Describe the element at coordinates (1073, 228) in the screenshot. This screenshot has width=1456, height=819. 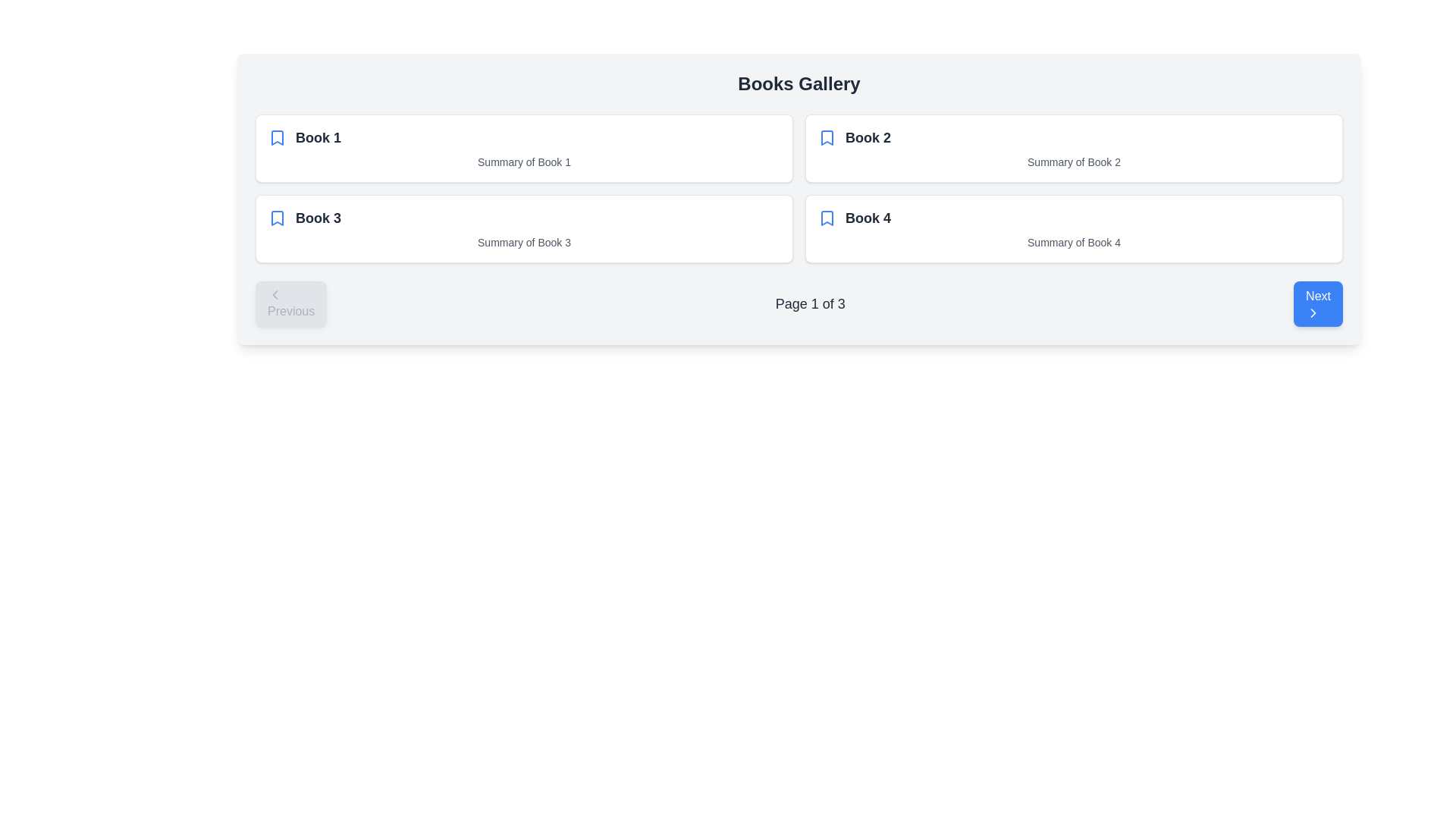
I see `the 'Book 4' card component` at that location.